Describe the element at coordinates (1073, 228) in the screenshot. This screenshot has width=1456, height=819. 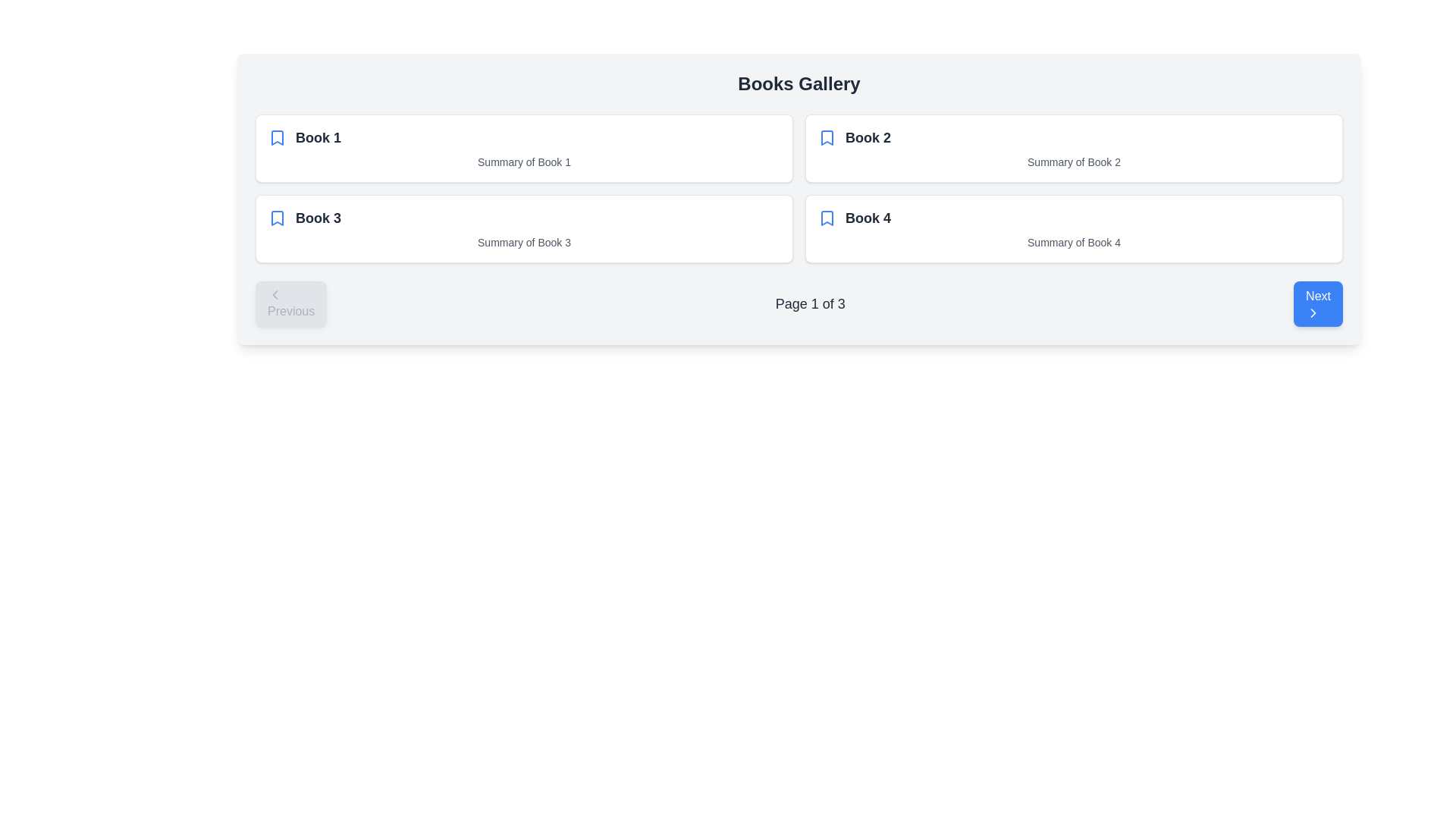
I see `the 'Book 4' card component` at that location.